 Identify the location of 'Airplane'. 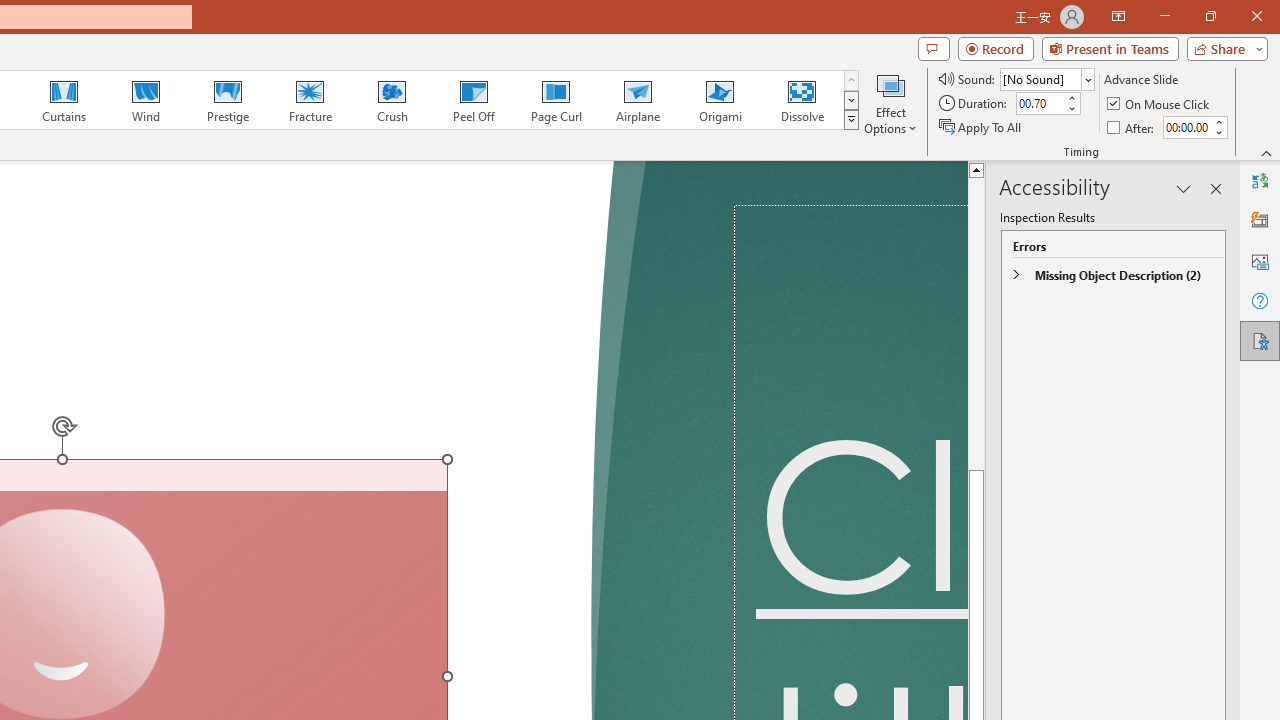
(636, 100).